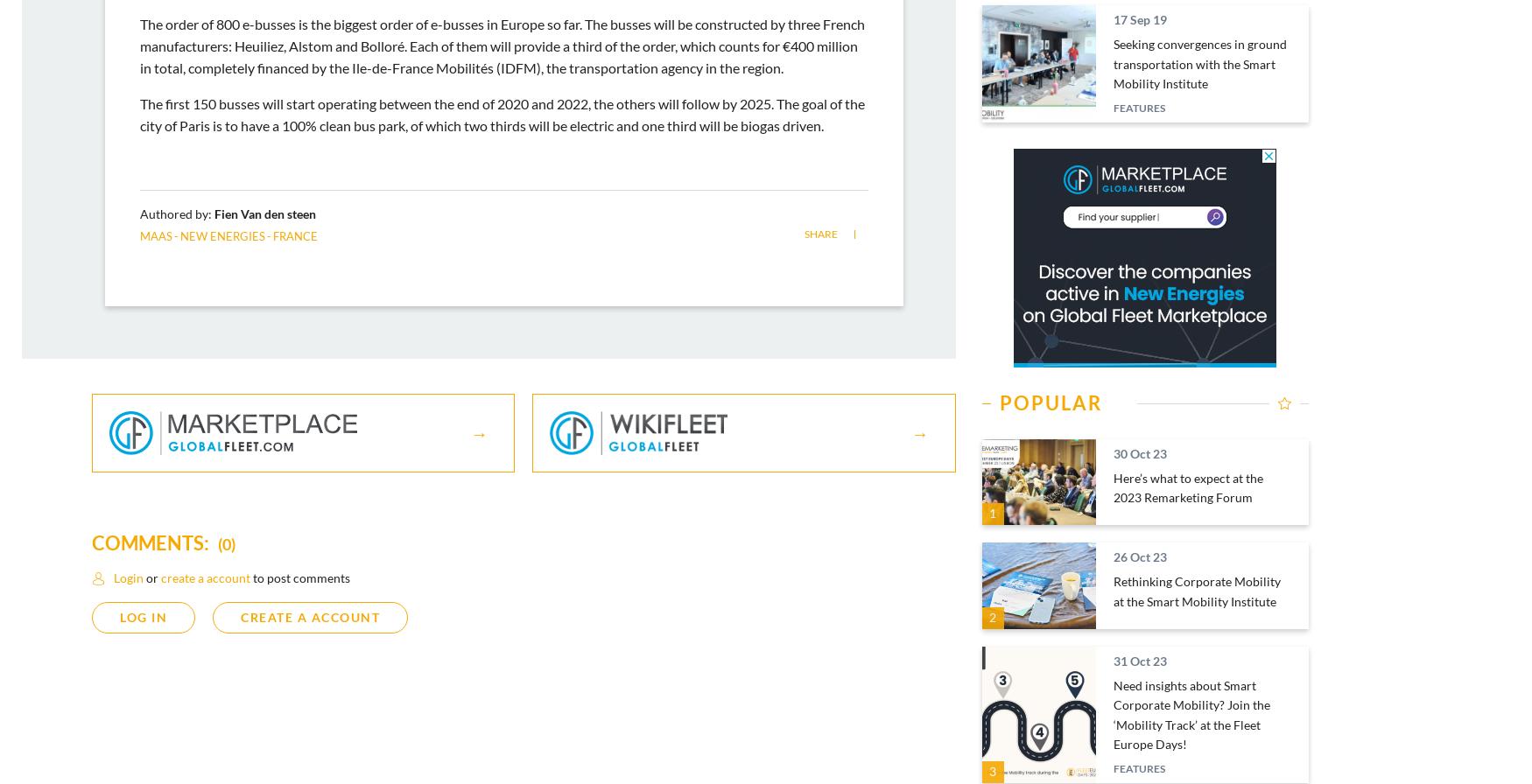 The image size is (1532, 784). Describe the element at coordinates (177, 213) in the screenshot. I see `'Authored by:'` at that location.